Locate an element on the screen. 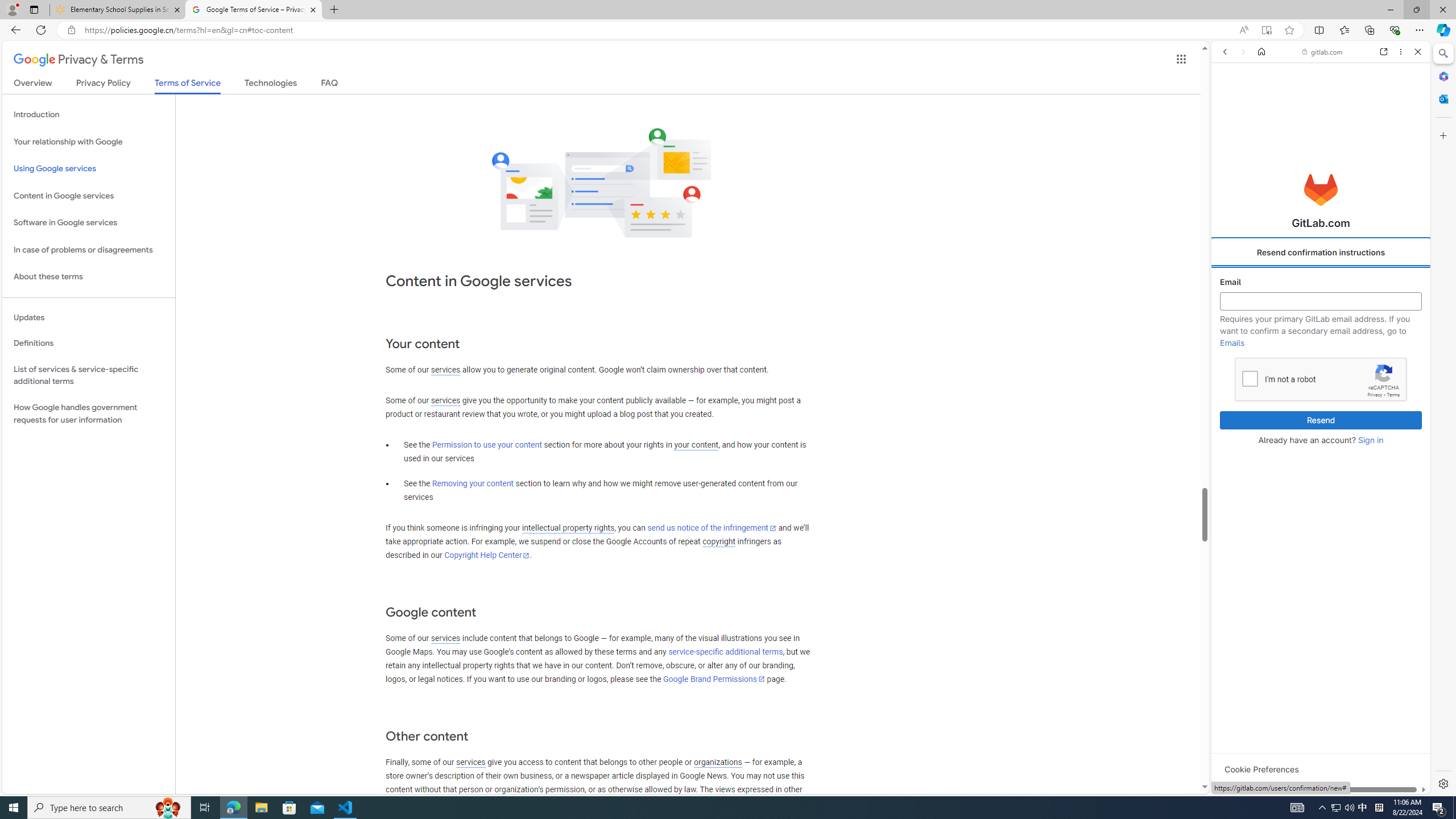 The image size is (1456, 819). 'Emails' is located at coordinates (1232, 342).